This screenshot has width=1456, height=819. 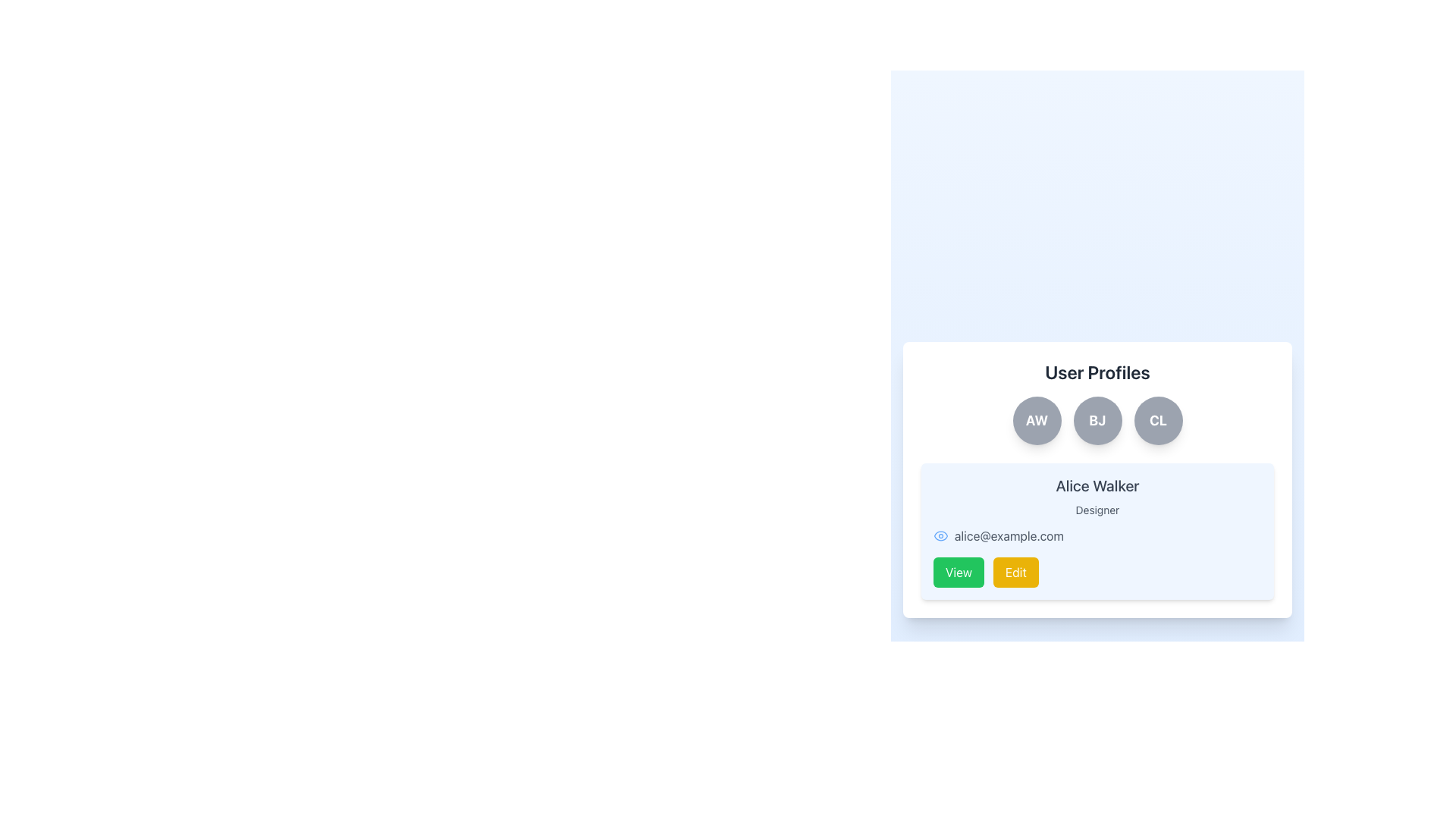 What do you see at coordinates (1036, 421) in the screenshot?
I see `the rounded gray button labeled 'AW'` at bounding box center [1036, 421].